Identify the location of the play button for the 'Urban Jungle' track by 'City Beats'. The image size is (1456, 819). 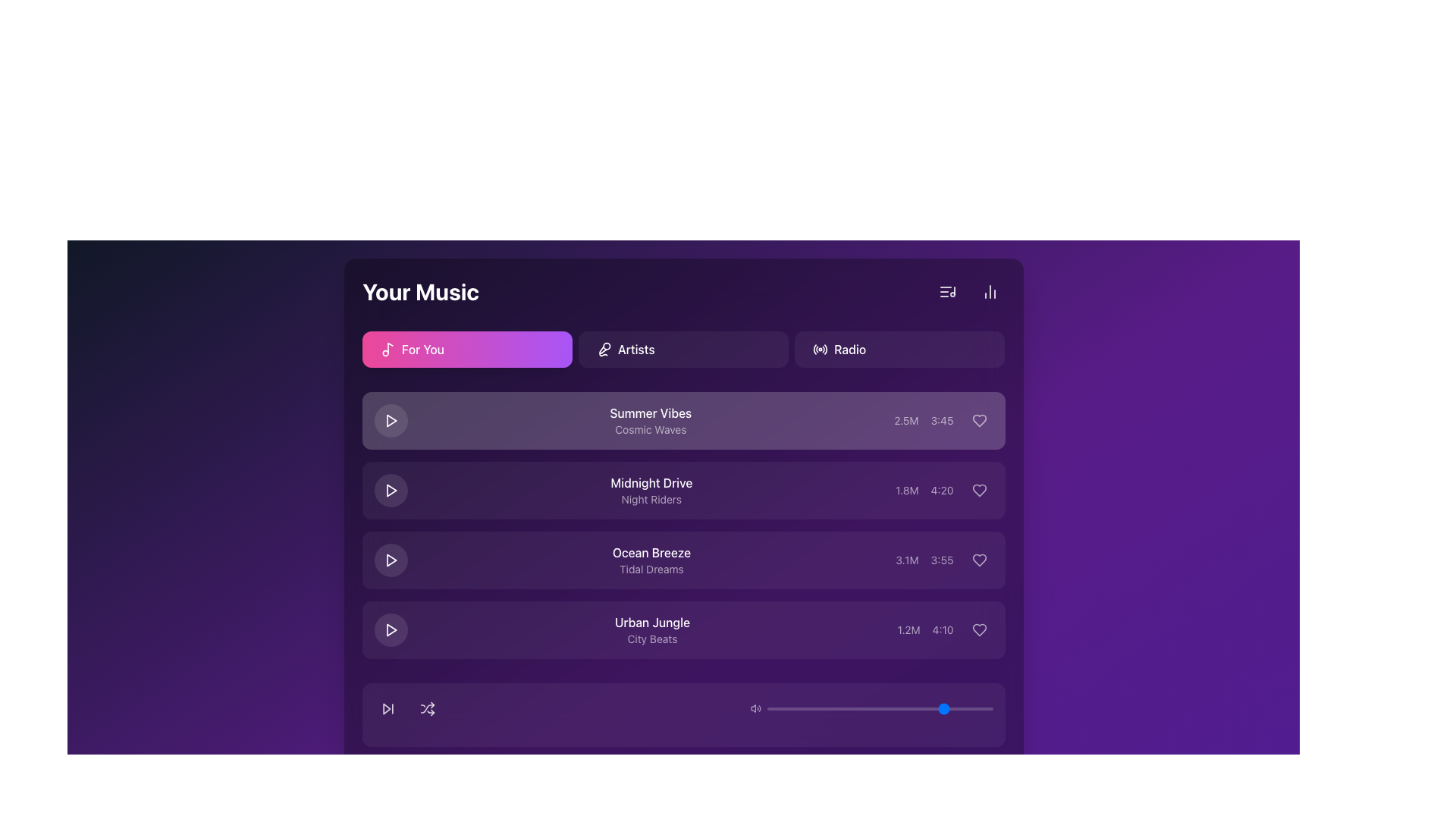
(391, 629).